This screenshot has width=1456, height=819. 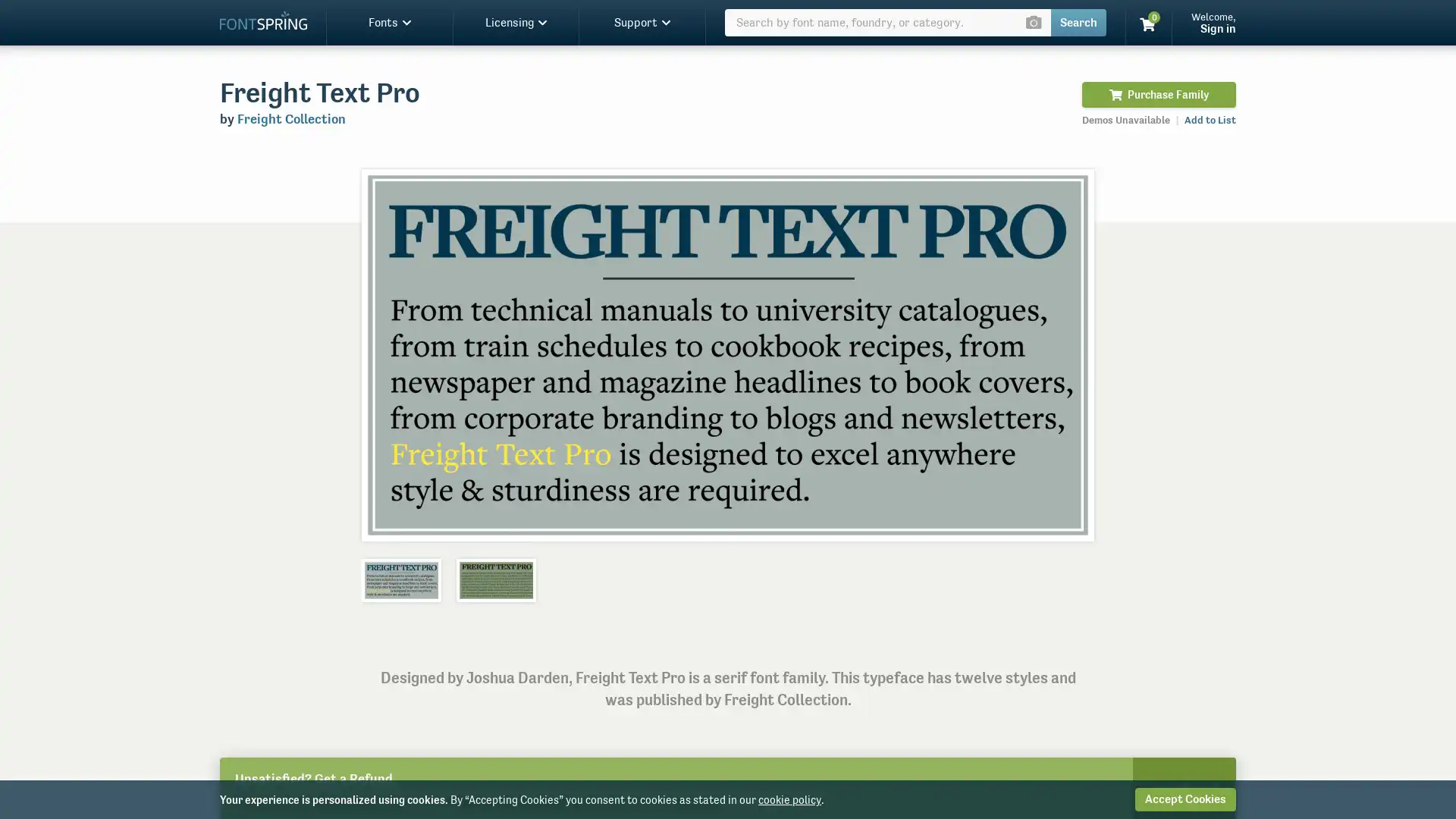 What do you see at coordinates (1158, 94) in the screenshot?
I see `Purchase Family` at bounding box center [1158, 94].